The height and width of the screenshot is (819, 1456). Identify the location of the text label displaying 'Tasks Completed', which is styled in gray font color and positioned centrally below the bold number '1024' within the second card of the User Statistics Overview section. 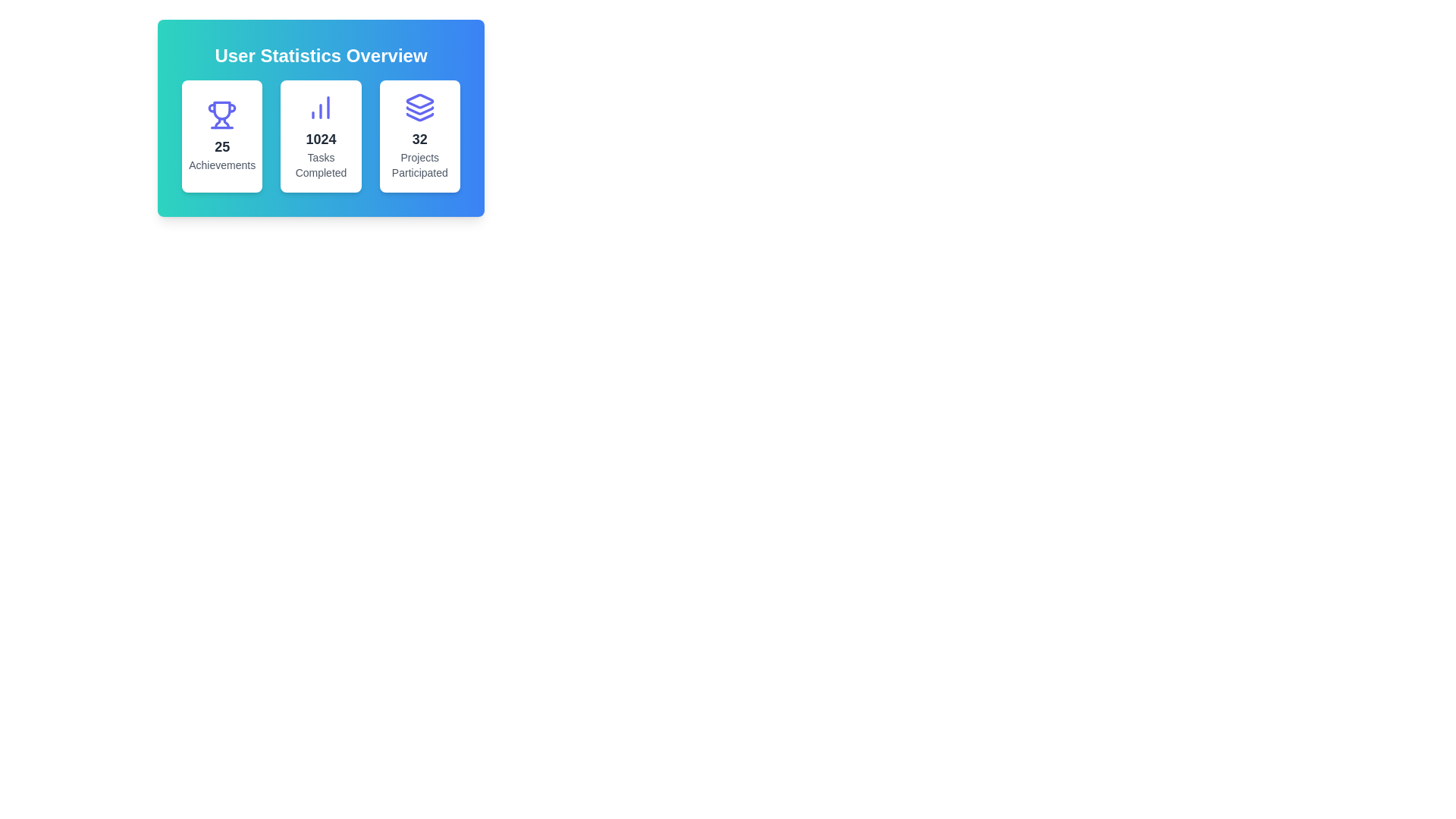
(320, 165).